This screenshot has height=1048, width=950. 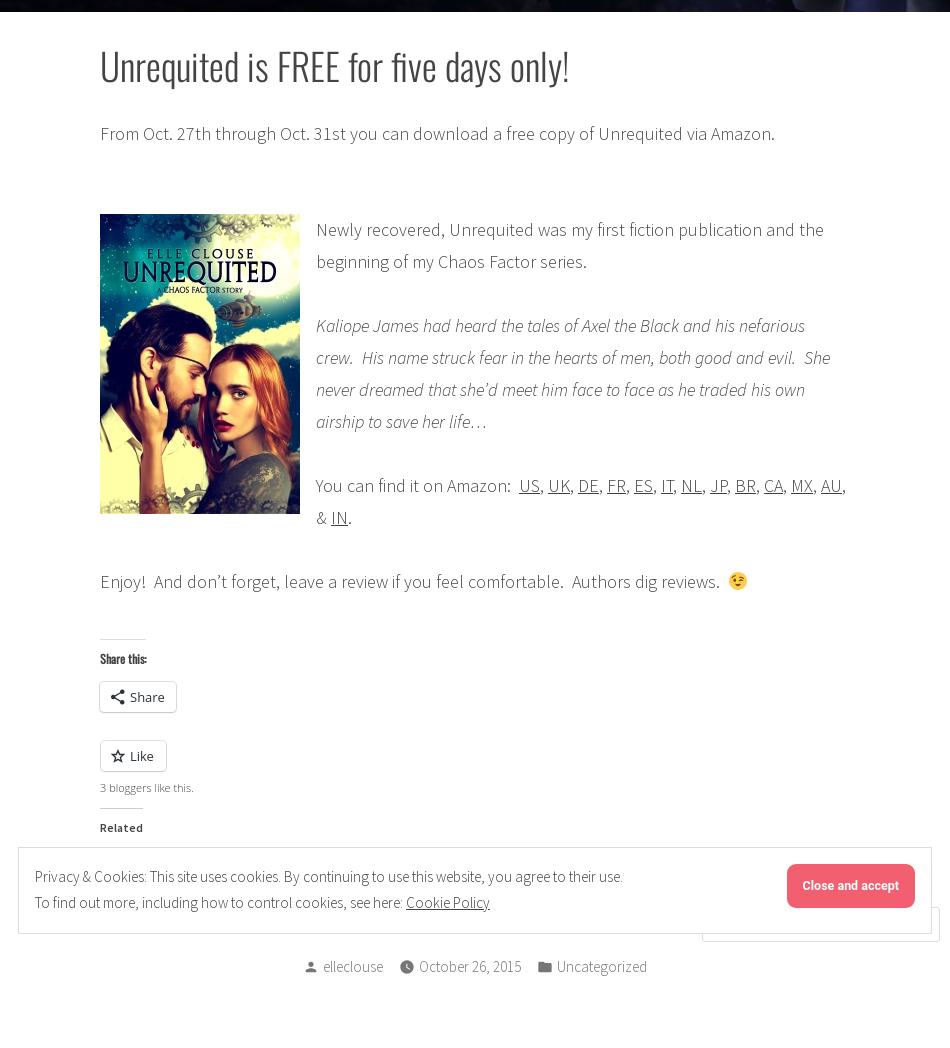 I want to click on 'Unrequited is FREE for five days only!', so click(x=333, y=64).